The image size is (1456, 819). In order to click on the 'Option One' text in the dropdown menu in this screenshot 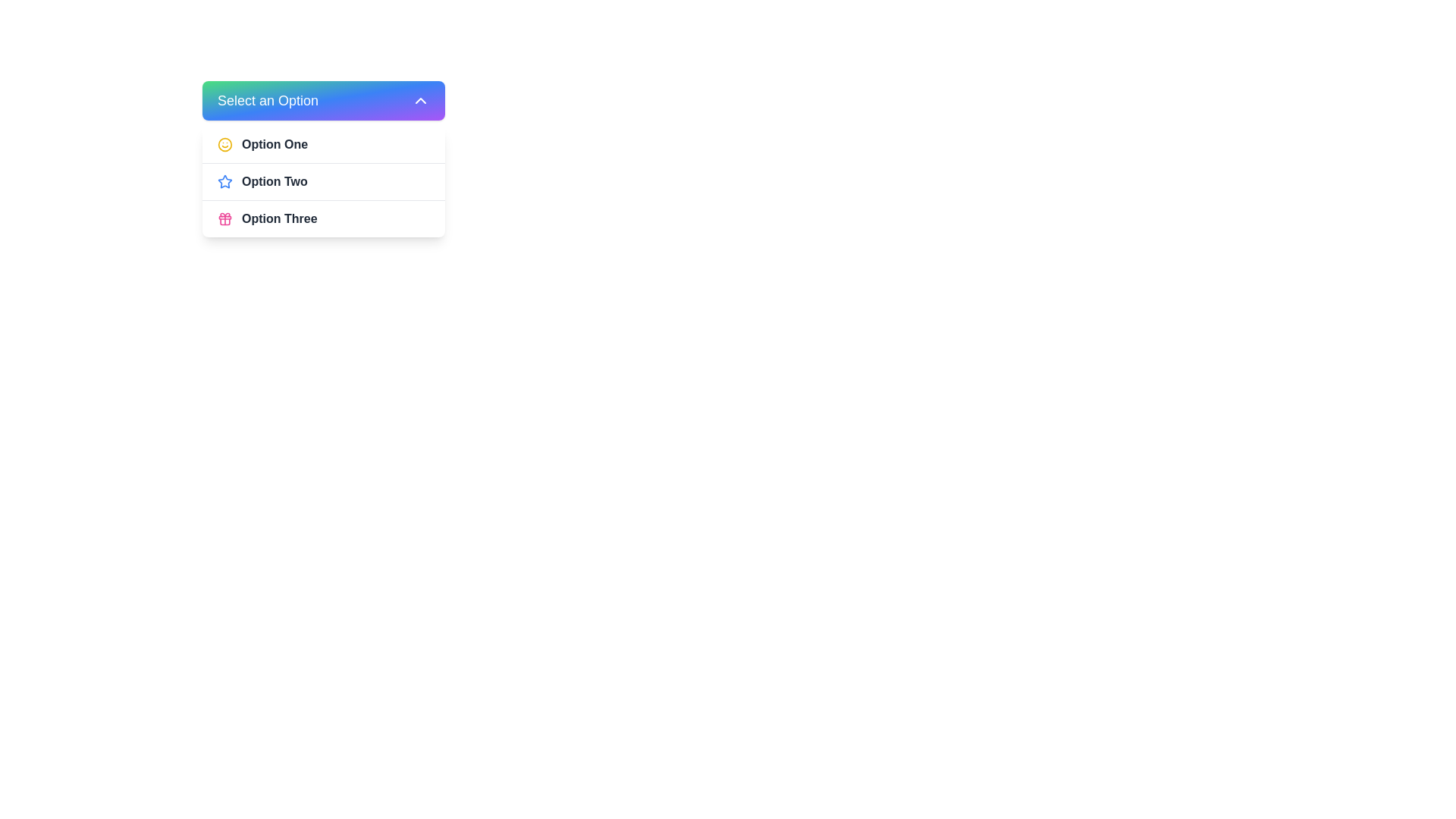, I will do `click(275, 145)`.